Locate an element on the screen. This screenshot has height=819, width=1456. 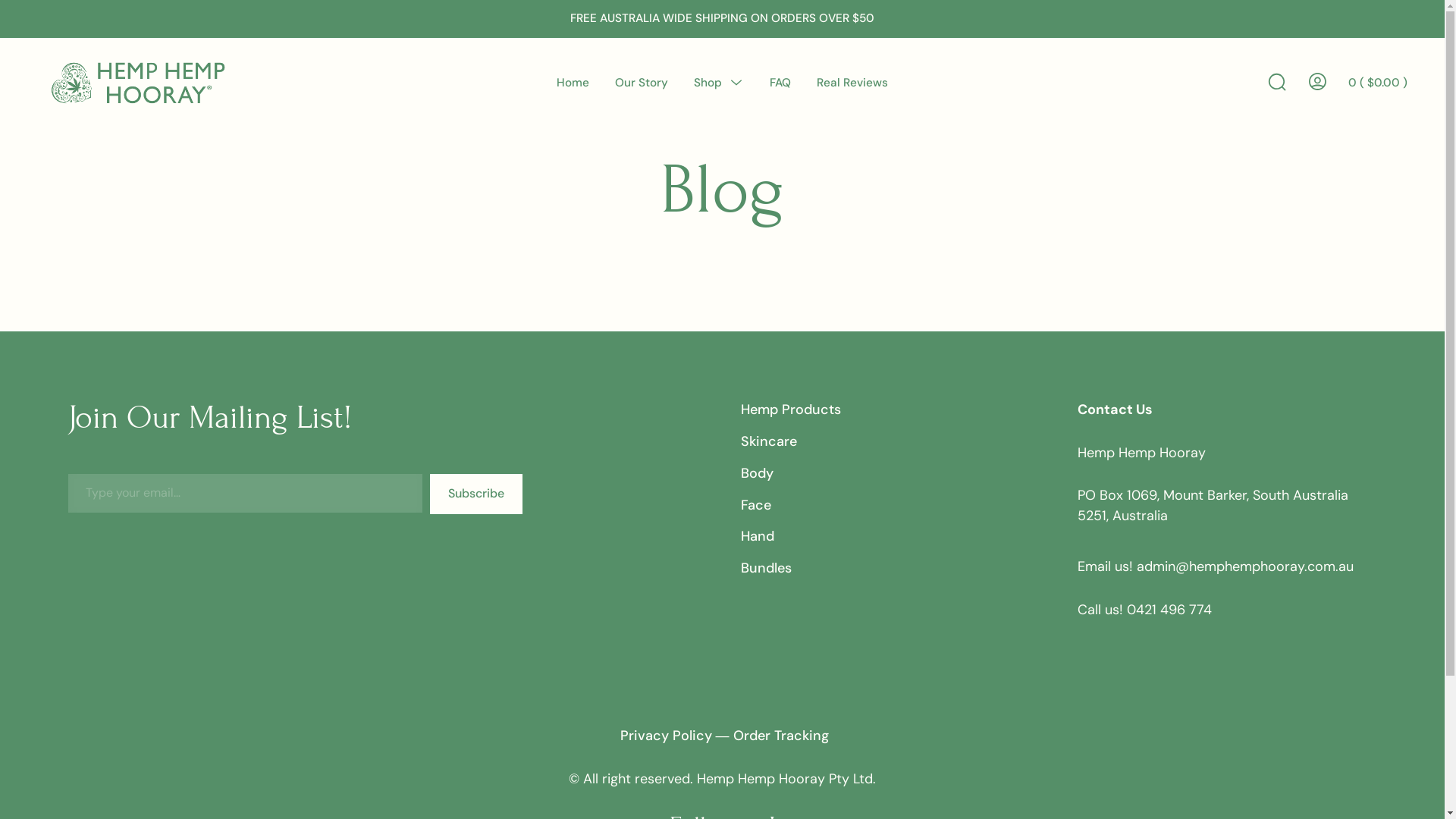
'Order Tracking' is located at coordinates (780, 734).